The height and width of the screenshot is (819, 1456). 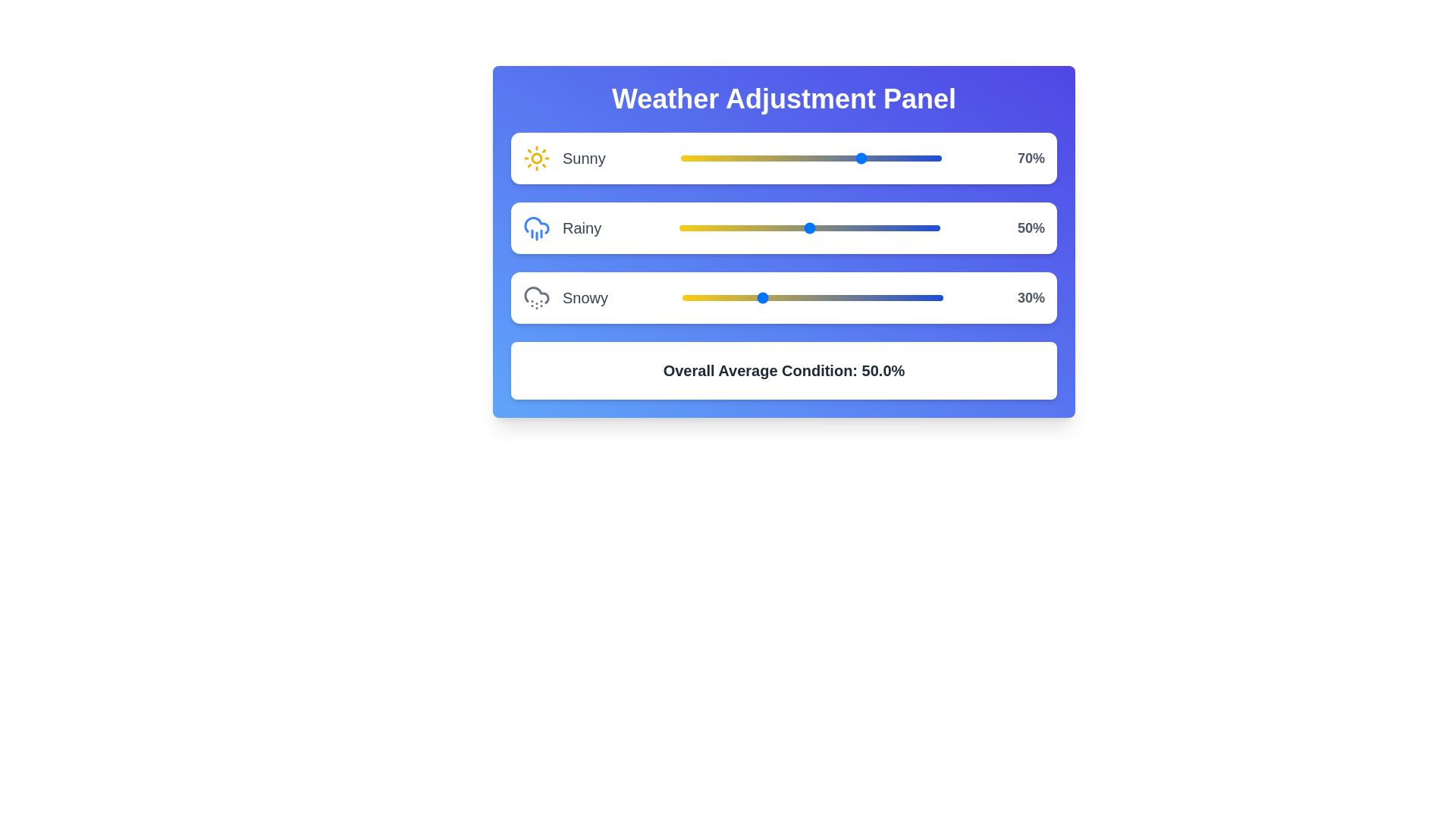 What do you see at coordinates (583, 158) in the screenshot?
I see `displayed text indicating the weather condition, which is labeled as 'Sunny', located at the top of the weather interface to the right of the sun-shaped icon` at bounding box center [583, 158].